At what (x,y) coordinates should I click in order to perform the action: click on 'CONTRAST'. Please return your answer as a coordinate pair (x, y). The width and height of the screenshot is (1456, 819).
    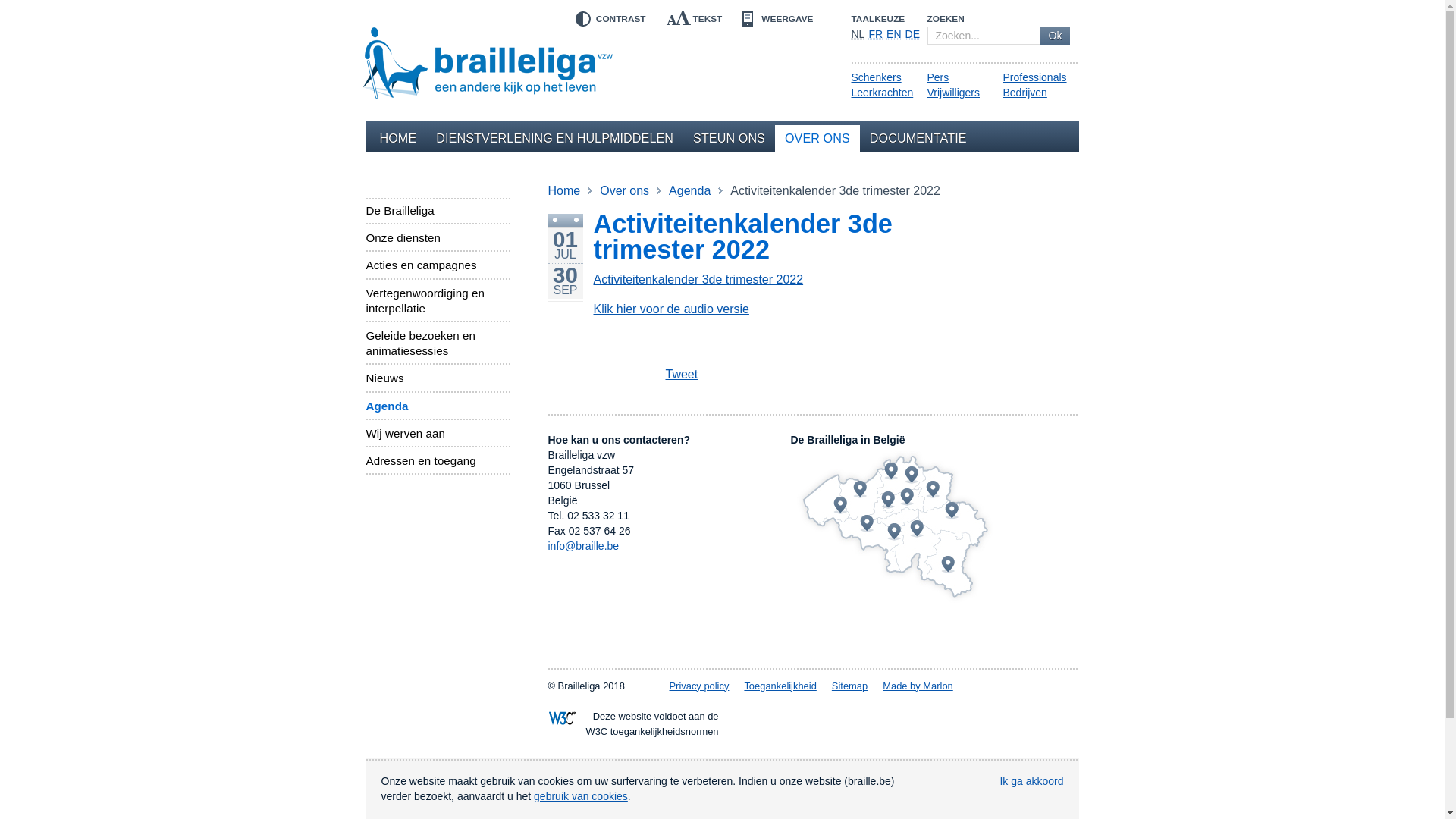
    Looking at the image, I should click on (607, 18).